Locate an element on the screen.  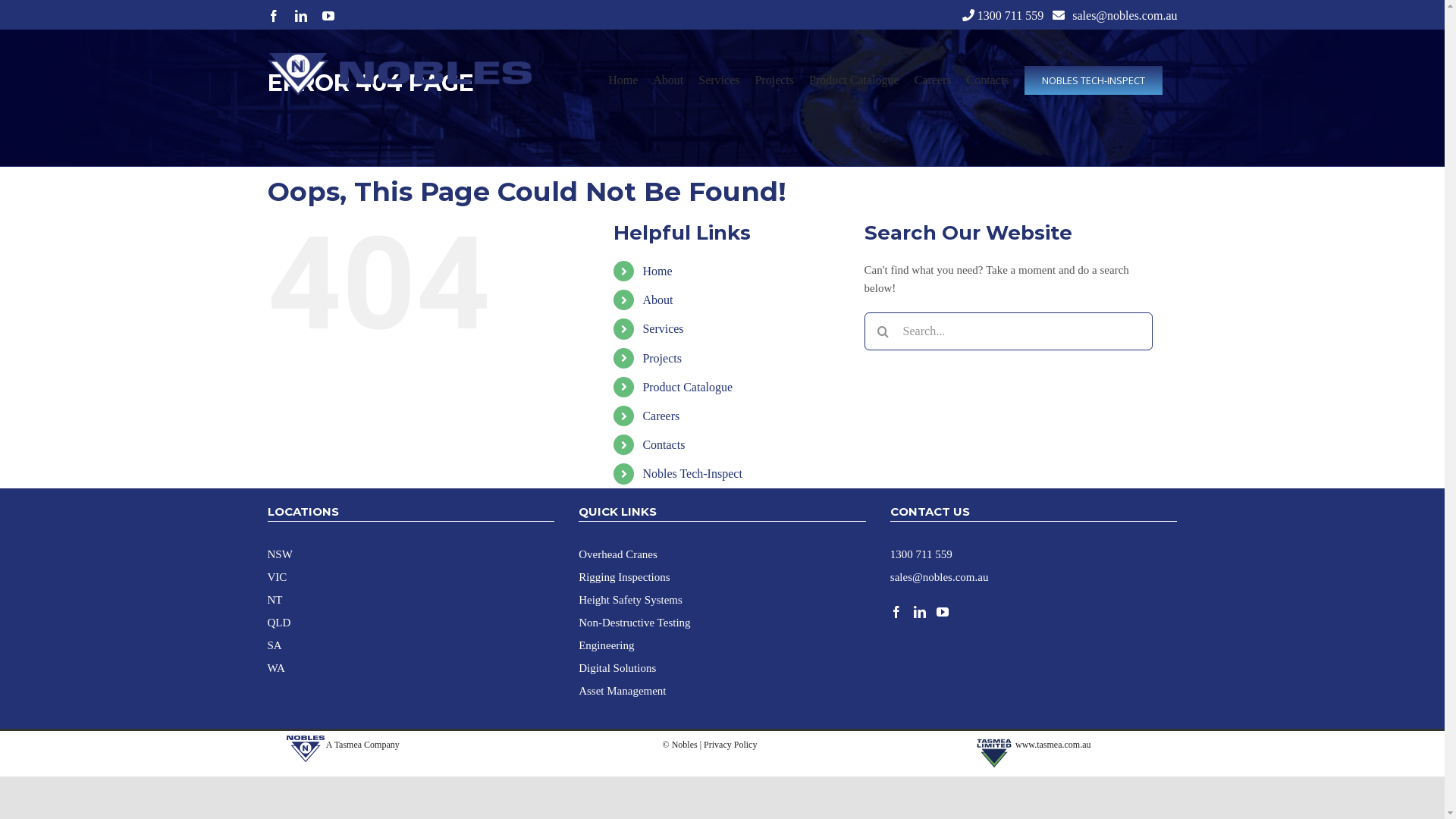
'SA' is located at coordinates (266, 644).